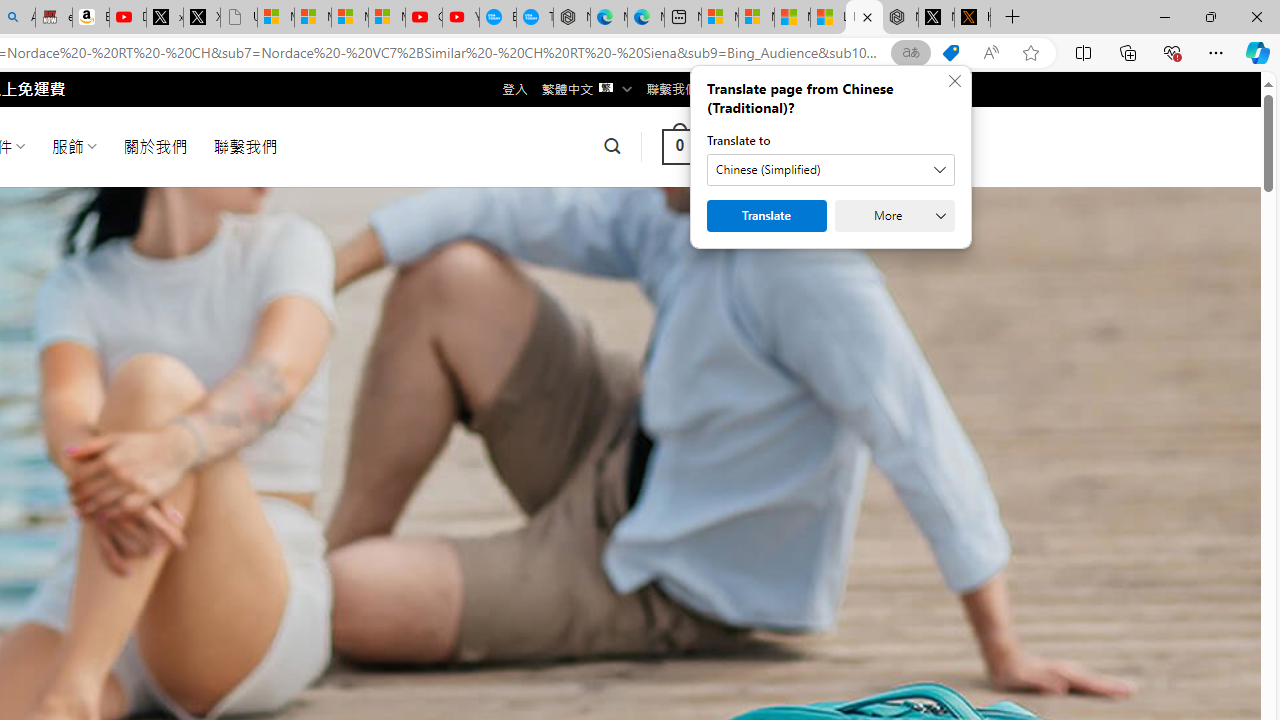 The height and width of the screenshot is (720, 1280). Describe the element at coordinates (972, 17) in the screenshot. I see `'help.x.com | 524: A timeout occurred'` at that location.